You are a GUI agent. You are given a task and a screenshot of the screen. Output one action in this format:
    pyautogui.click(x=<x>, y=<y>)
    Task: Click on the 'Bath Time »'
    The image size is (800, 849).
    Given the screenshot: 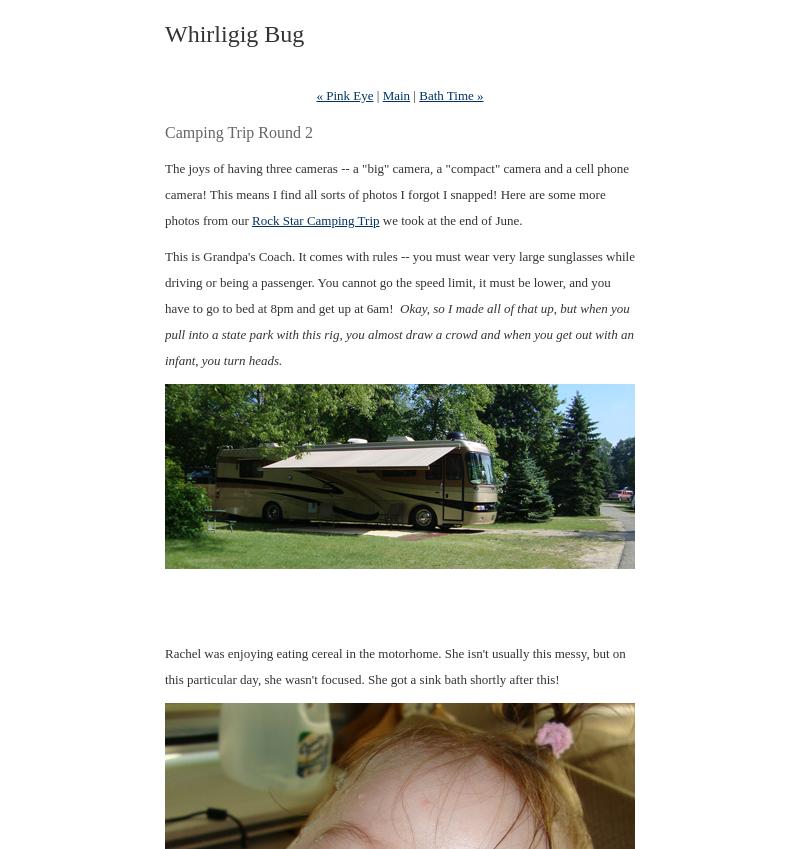 What is the action you would take?
    pyautogui.click(x=449, y=94)
    